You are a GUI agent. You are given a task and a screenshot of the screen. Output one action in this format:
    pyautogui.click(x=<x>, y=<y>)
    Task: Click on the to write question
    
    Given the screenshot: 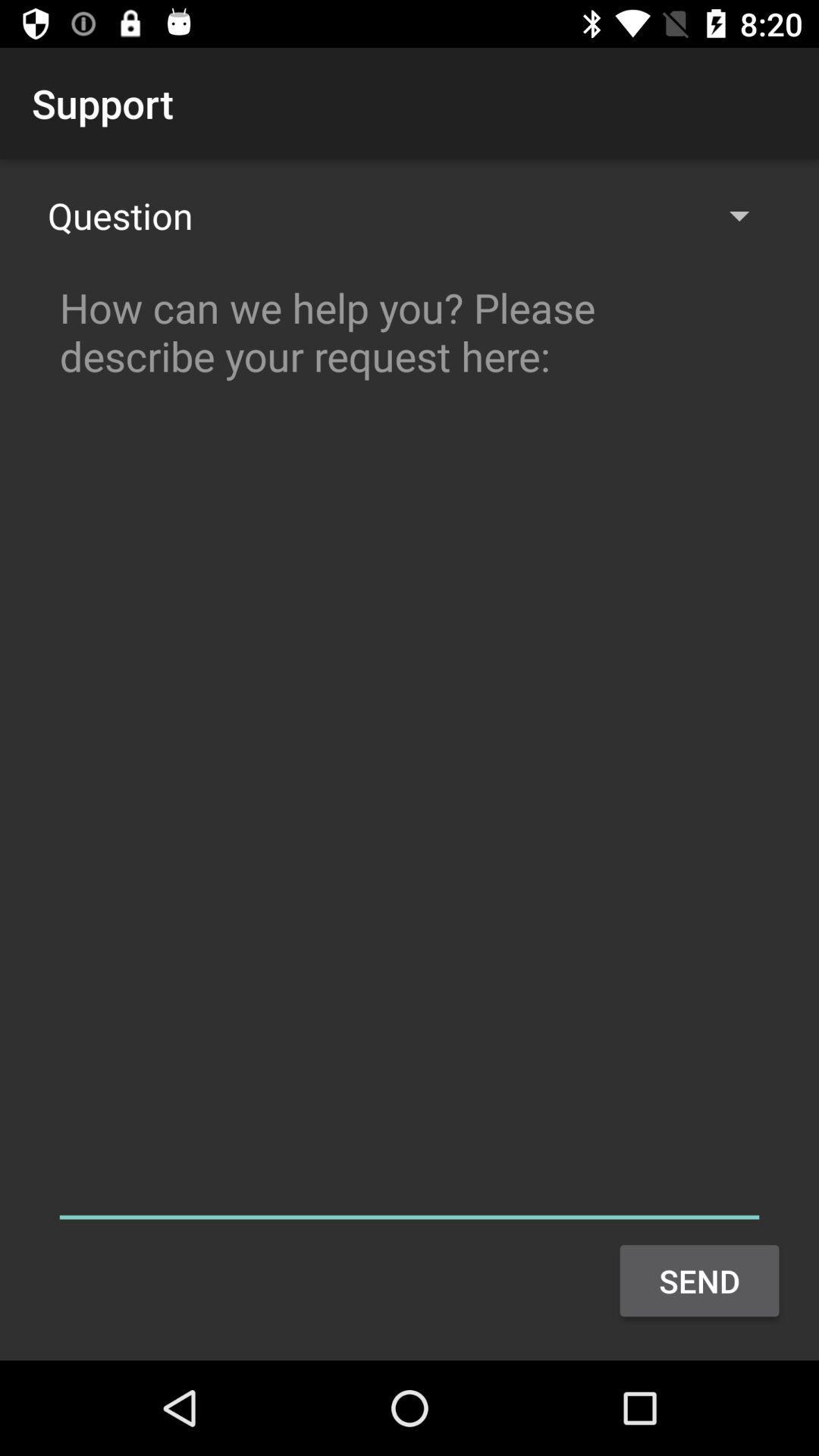 What is the action you would take?
    pyautogui.click(x=409, y=746)
    